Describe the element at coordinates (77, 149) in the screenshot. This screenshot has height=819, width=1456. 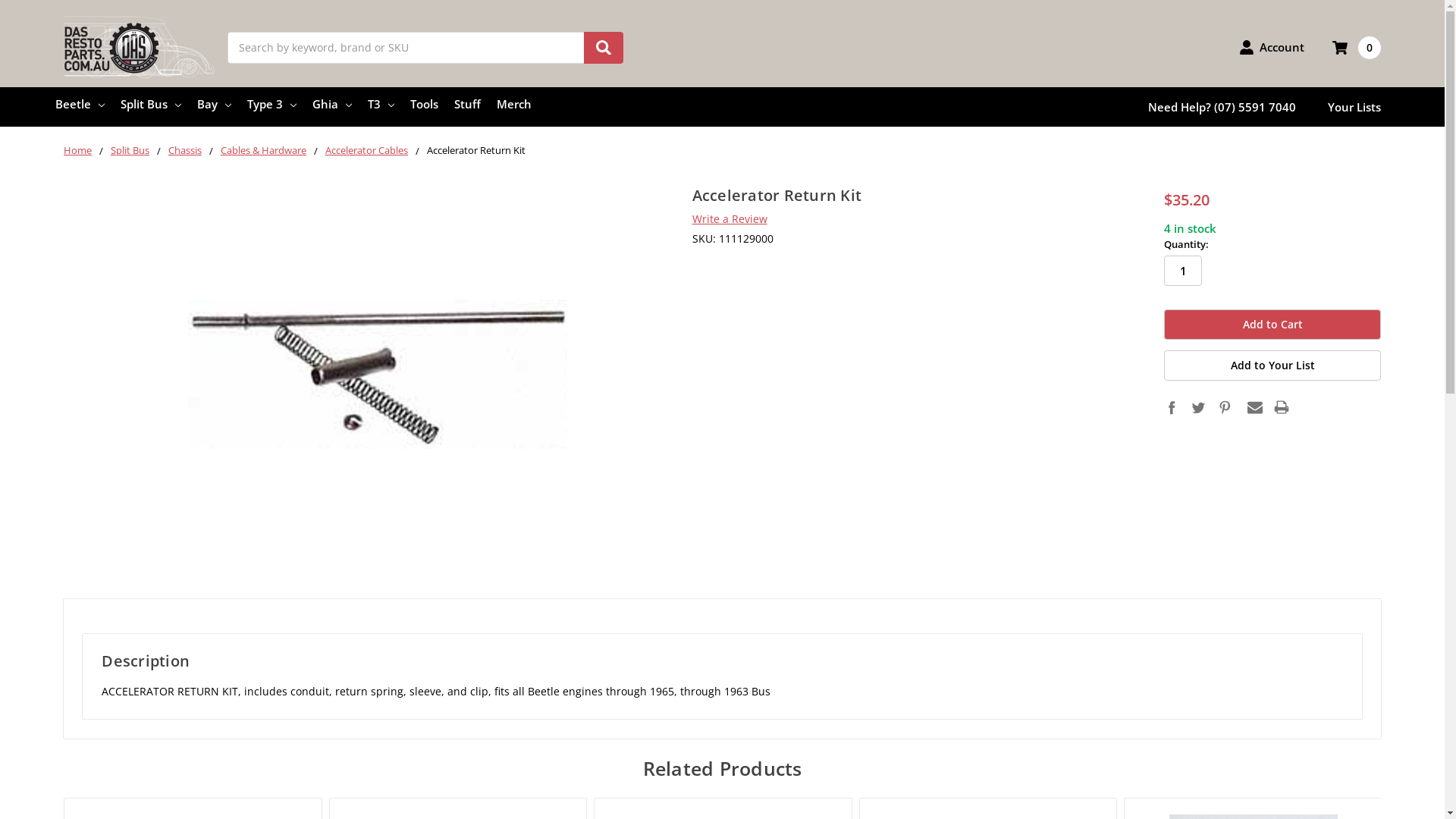
I see `'Home'` at that location.